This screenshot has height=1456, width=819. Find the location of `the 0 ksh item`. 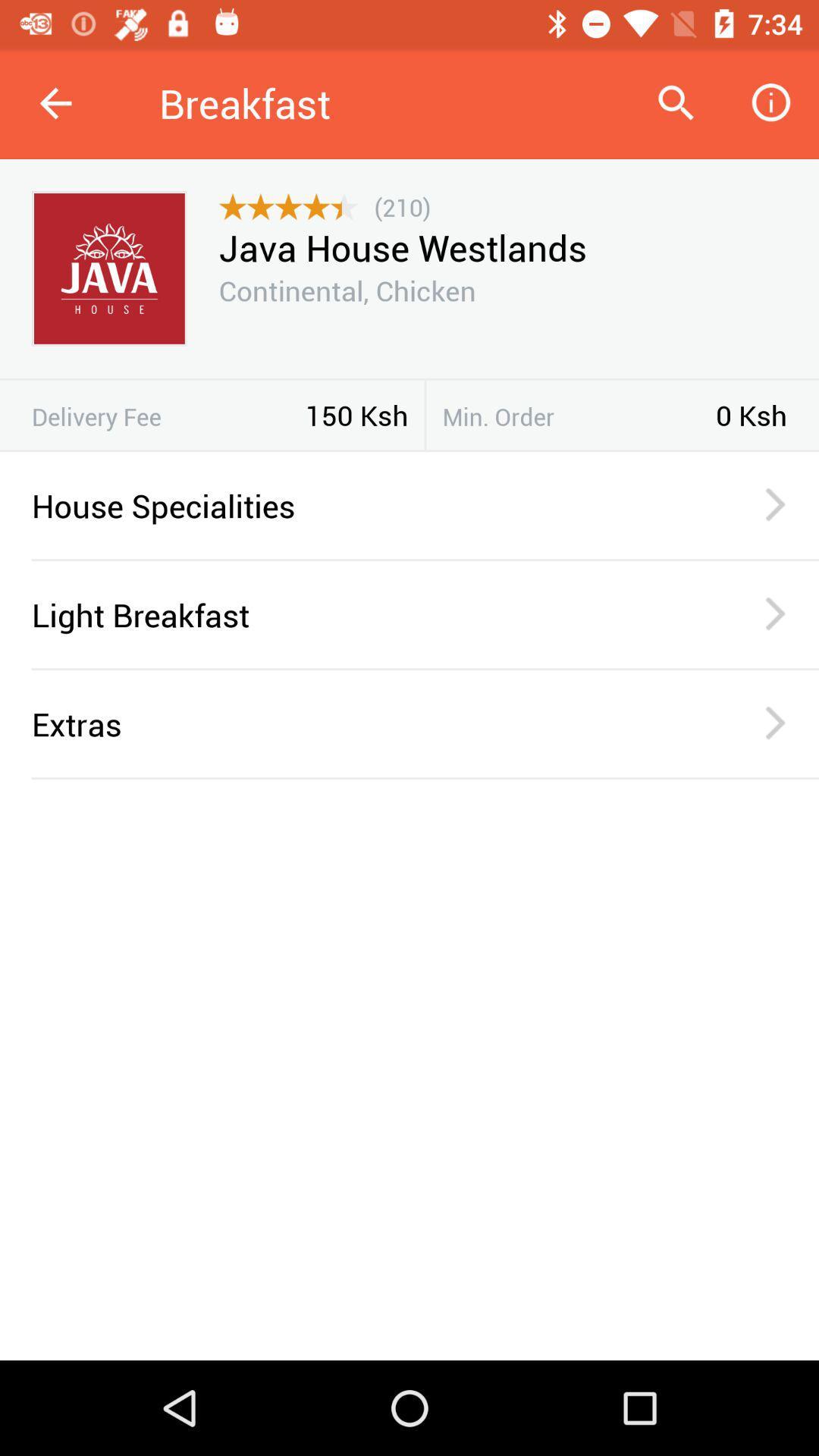

the 0 ksh item is located at coordinates (752, 415).